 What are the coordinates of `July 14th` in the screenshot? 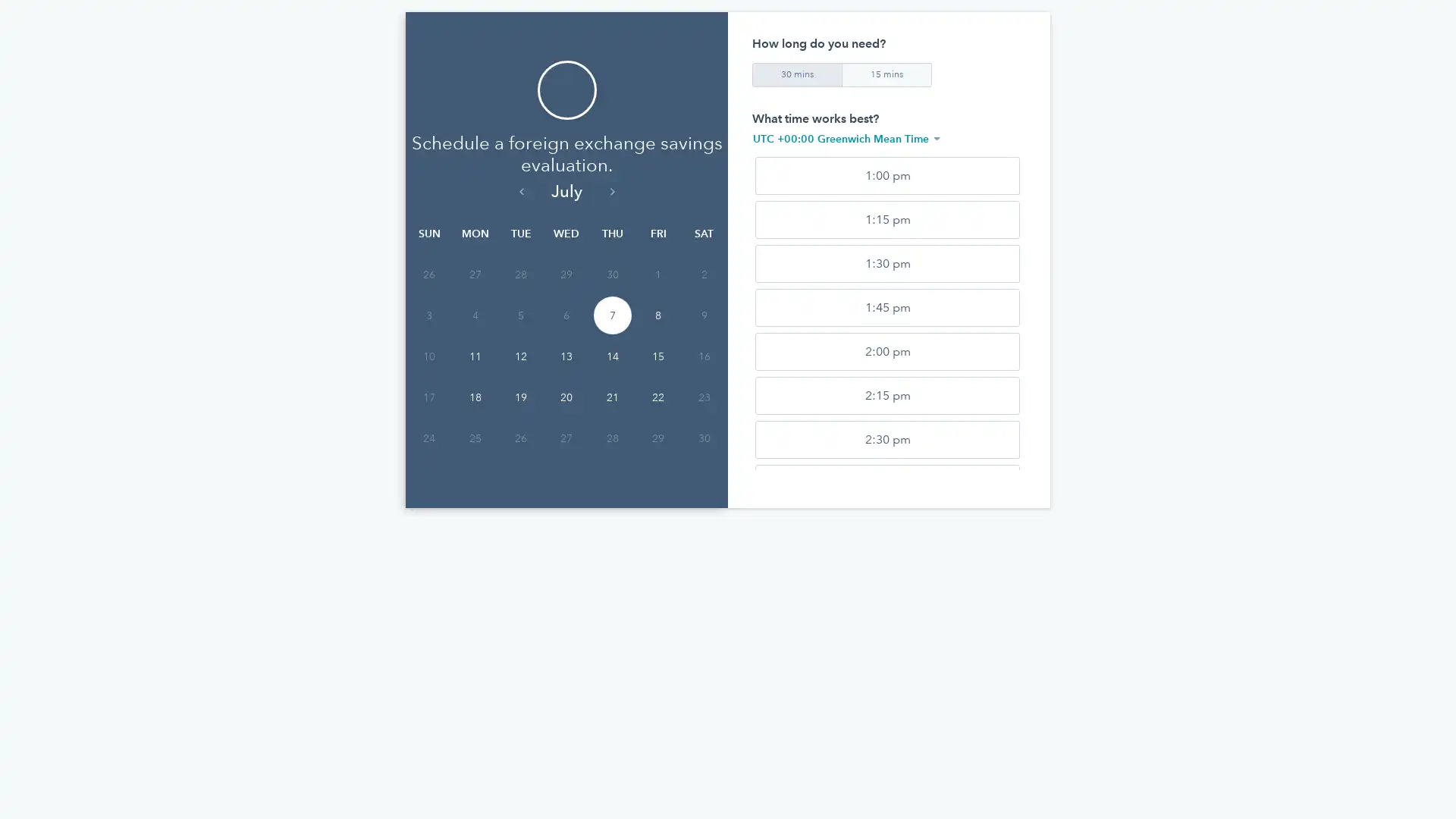 It's located at (611, 356).